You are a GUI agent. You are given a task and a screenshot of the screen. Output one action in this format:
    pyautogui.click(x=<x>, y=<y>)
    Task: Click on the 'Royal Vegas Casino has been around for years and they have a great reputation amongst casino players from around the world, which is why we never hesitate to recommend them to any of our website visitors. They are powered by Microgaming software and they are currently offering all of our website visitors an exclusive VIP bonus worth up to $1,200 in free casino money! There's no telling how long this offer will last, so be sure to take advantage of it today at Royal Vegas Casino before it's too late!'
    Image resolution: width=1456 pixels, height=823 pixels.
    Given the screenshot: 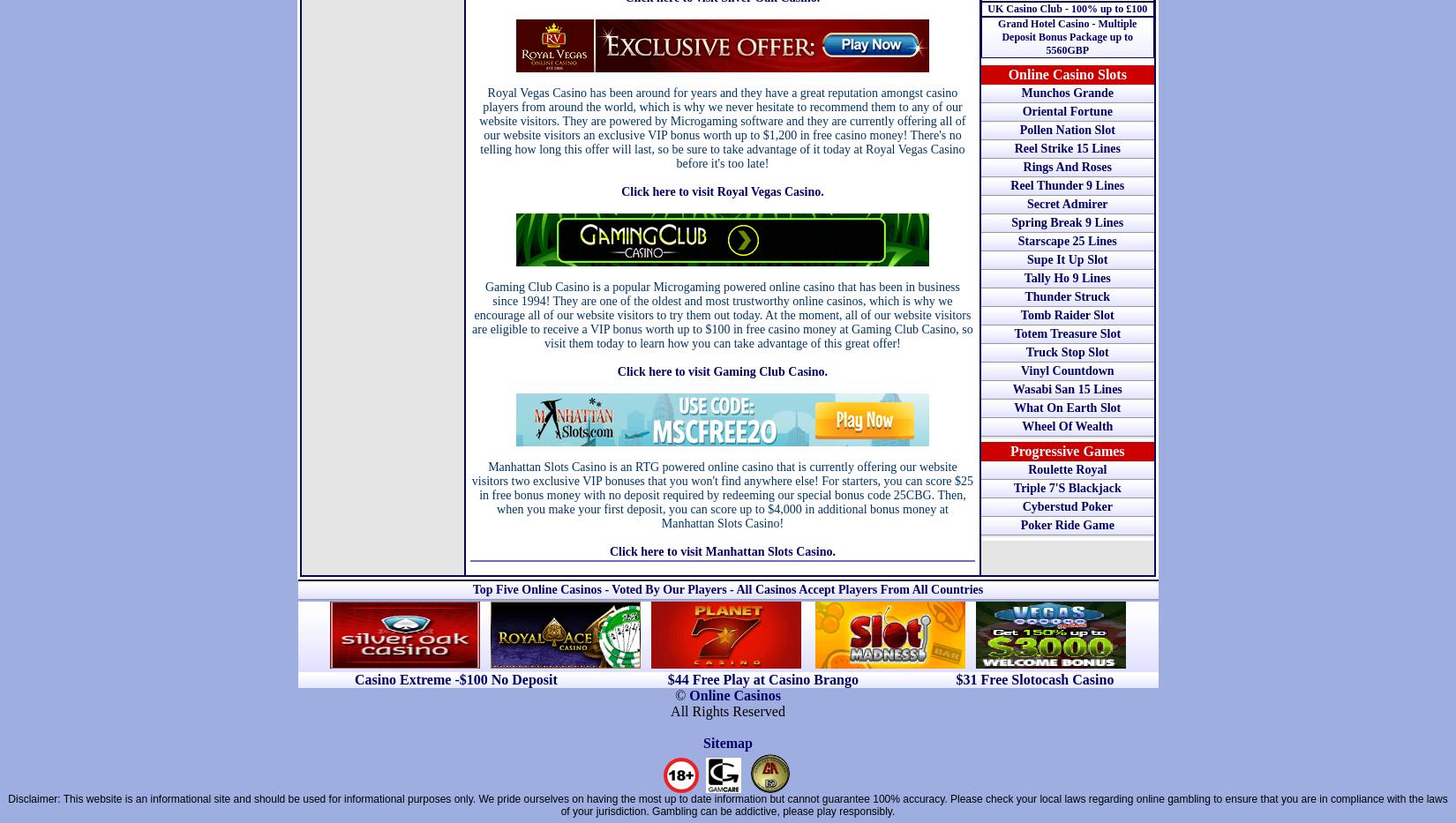 What is the action you would take?
    pyautogui.click(x=721, y=127)
    